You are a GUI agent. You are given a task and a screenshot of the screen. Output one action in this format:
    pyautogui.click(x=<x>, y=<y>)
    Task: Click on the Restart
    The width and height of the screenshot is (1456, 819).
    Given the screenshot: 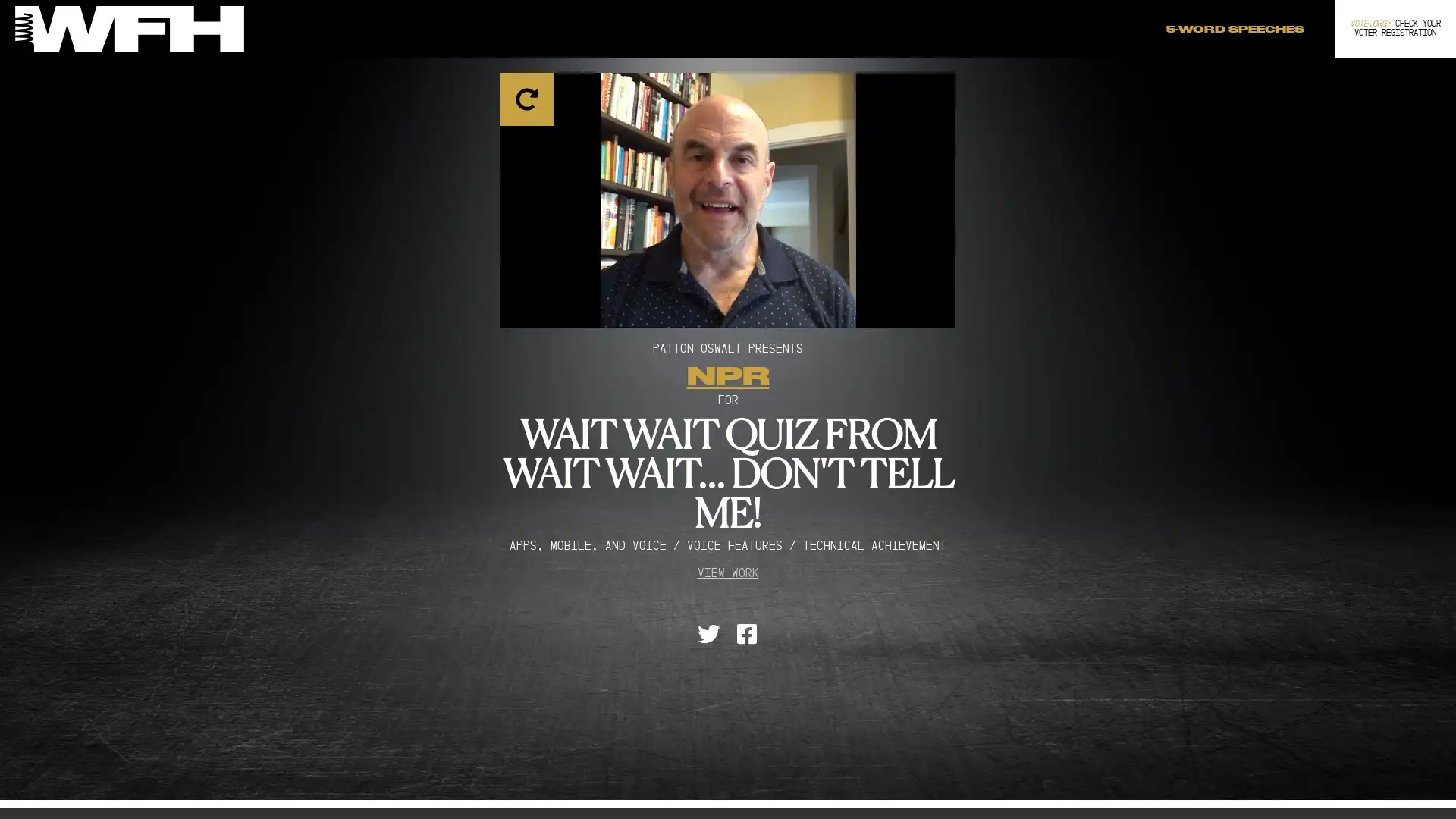 What is the action you would take?
    pyautogui.click(x=728, y=188)
    